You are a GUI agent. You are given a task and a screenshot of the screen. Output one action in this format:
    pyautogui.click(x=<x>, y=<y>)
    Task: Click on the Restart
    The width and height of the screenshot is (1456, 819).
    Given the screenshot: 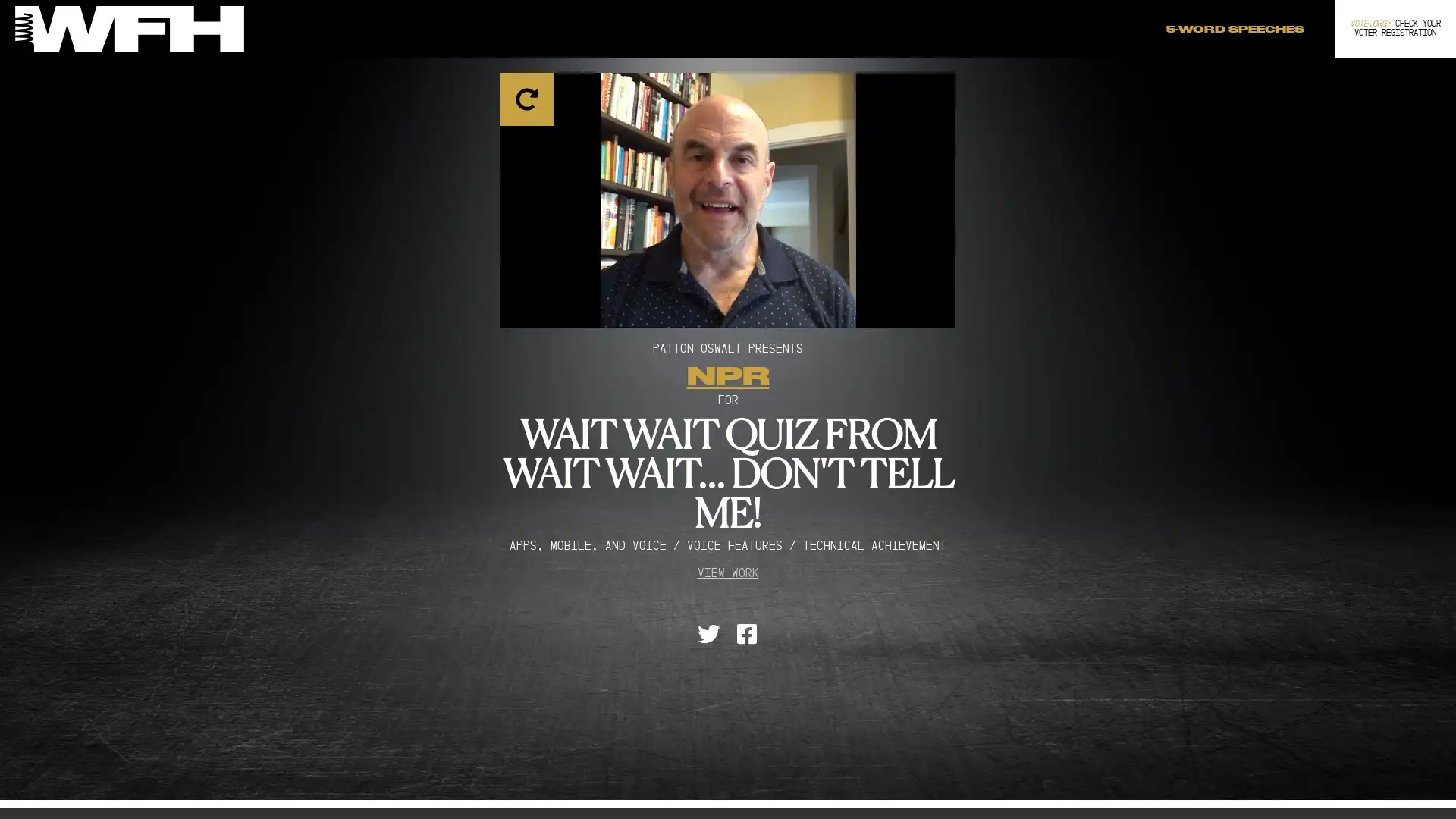 What is the action you would take?
    pyautogui.click(x=728, y=188)
    